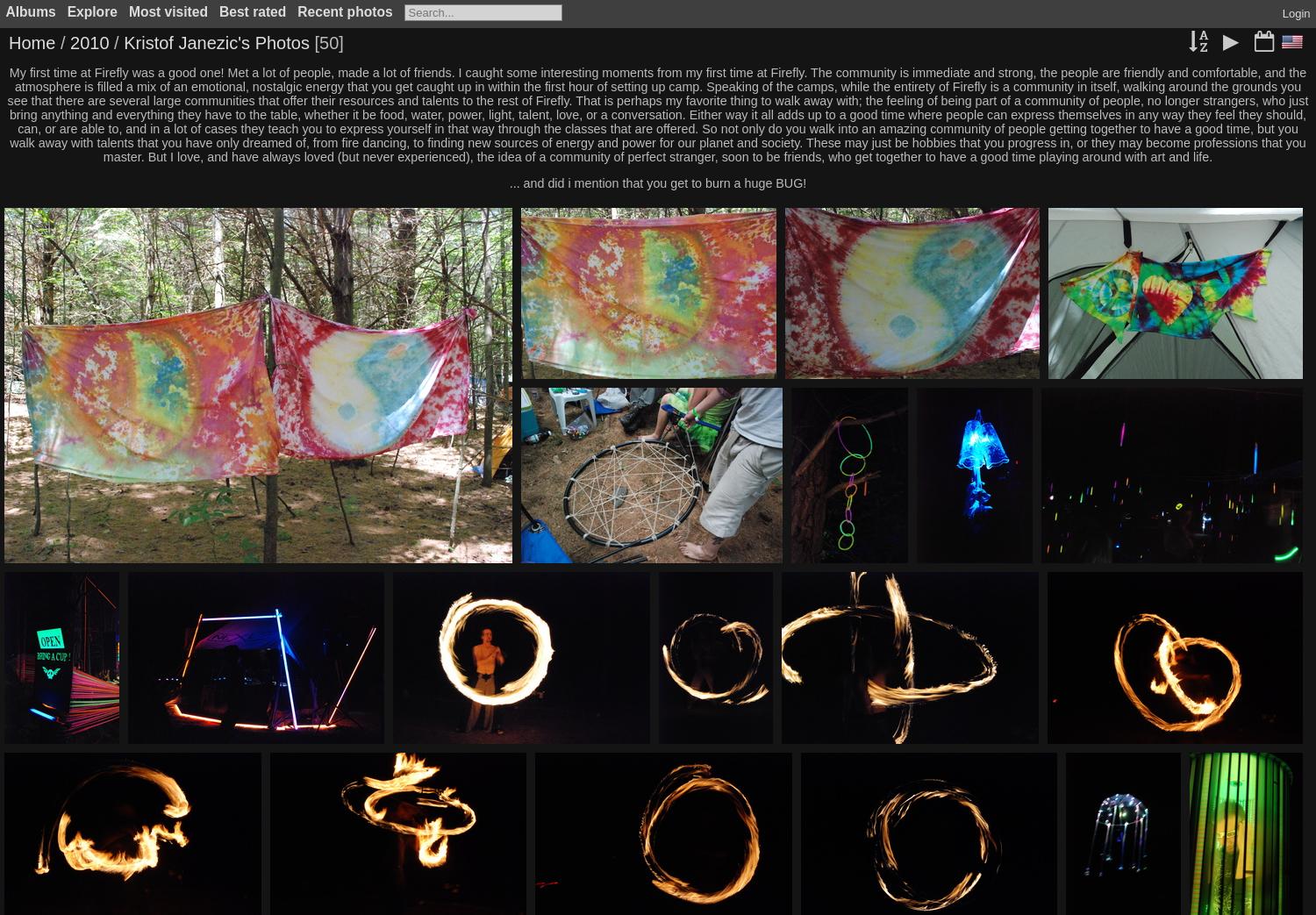 The height and width of the screenshot is (915, 1316). Describe the element at coordinates (1177, 391) in the screenshot. I see `'IMG 29'` at that location.